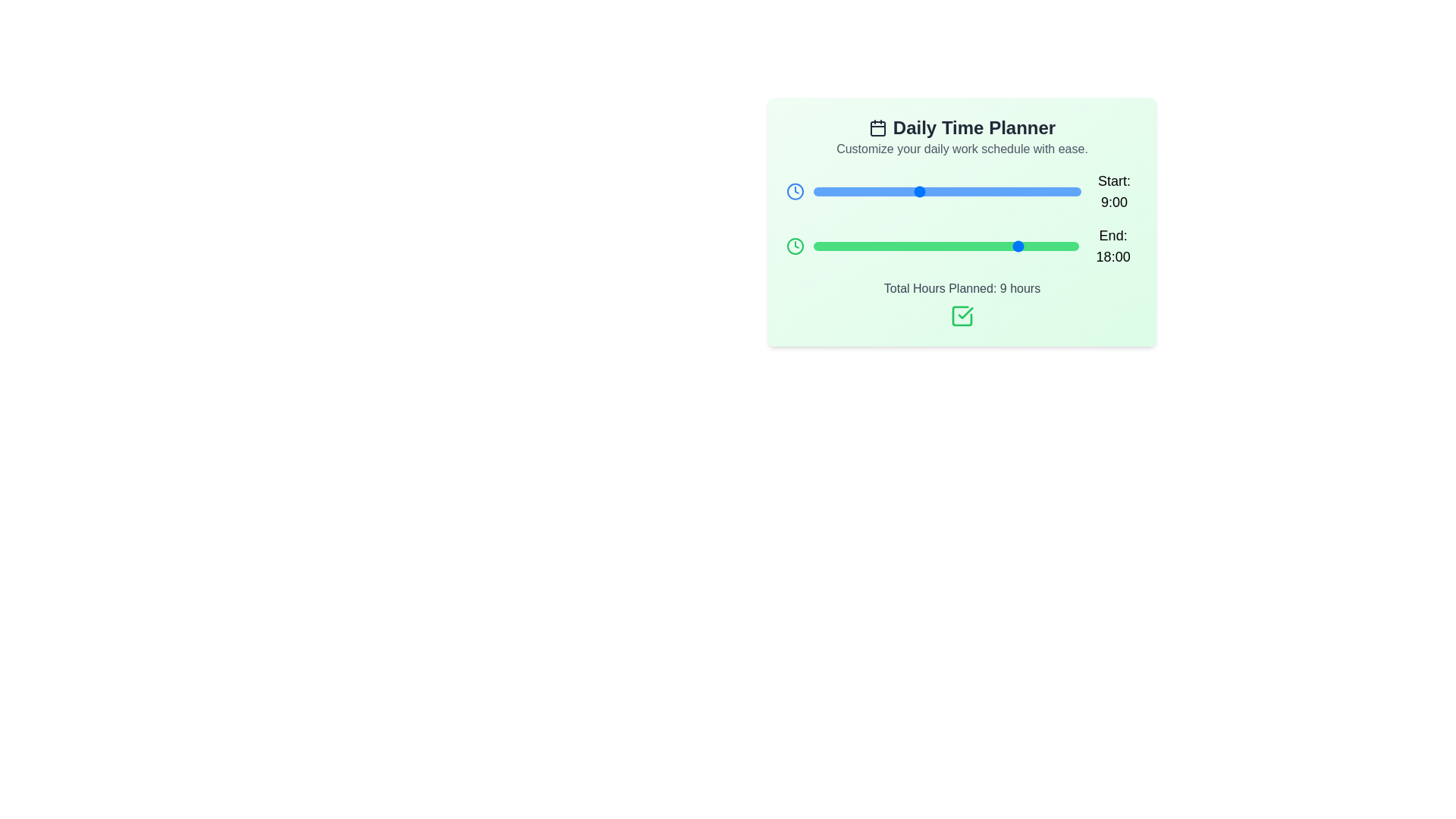 The height and width of the screenshot is (819, 1456). What do you see at coordinates (883, 191) in the screenshot?
I see `the 'Start' slider to set the start time to 6` at bounding box center [883, 191].